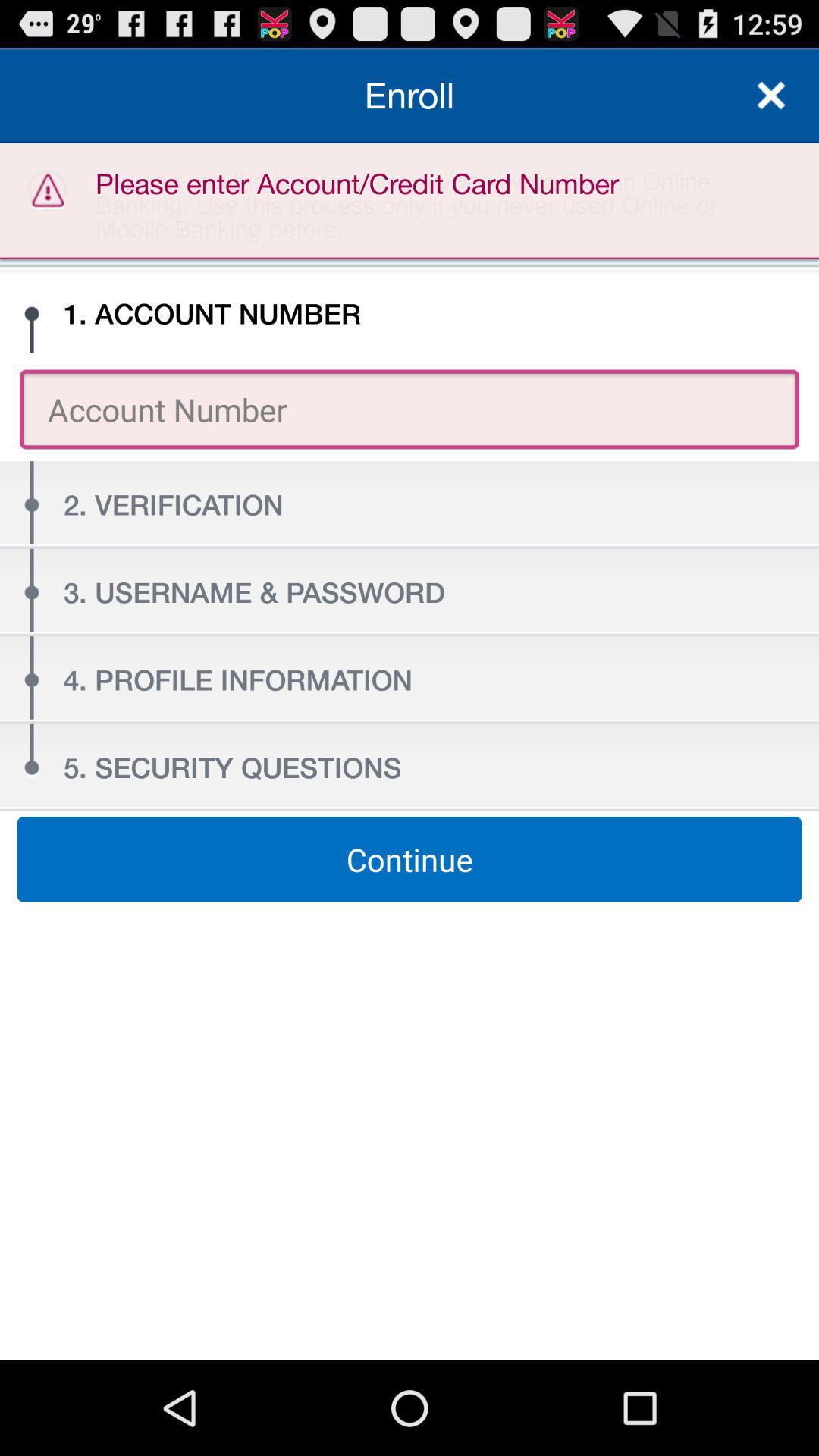  I want to click on enroll section, so click(771, 94).